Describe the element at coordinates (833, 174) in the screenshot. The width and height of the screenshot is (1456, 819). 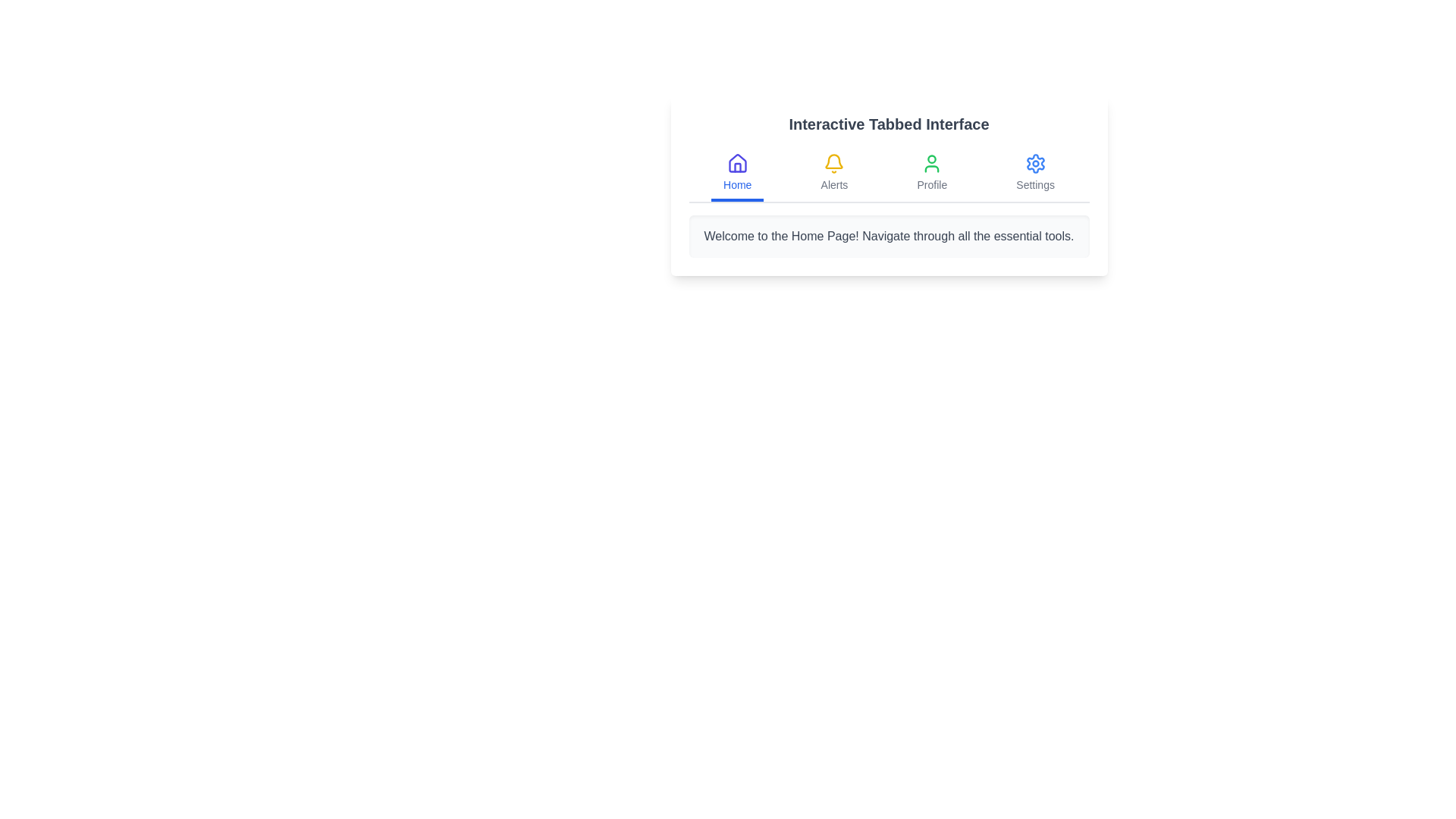
I see `the tab labeled Alerts` at that location.